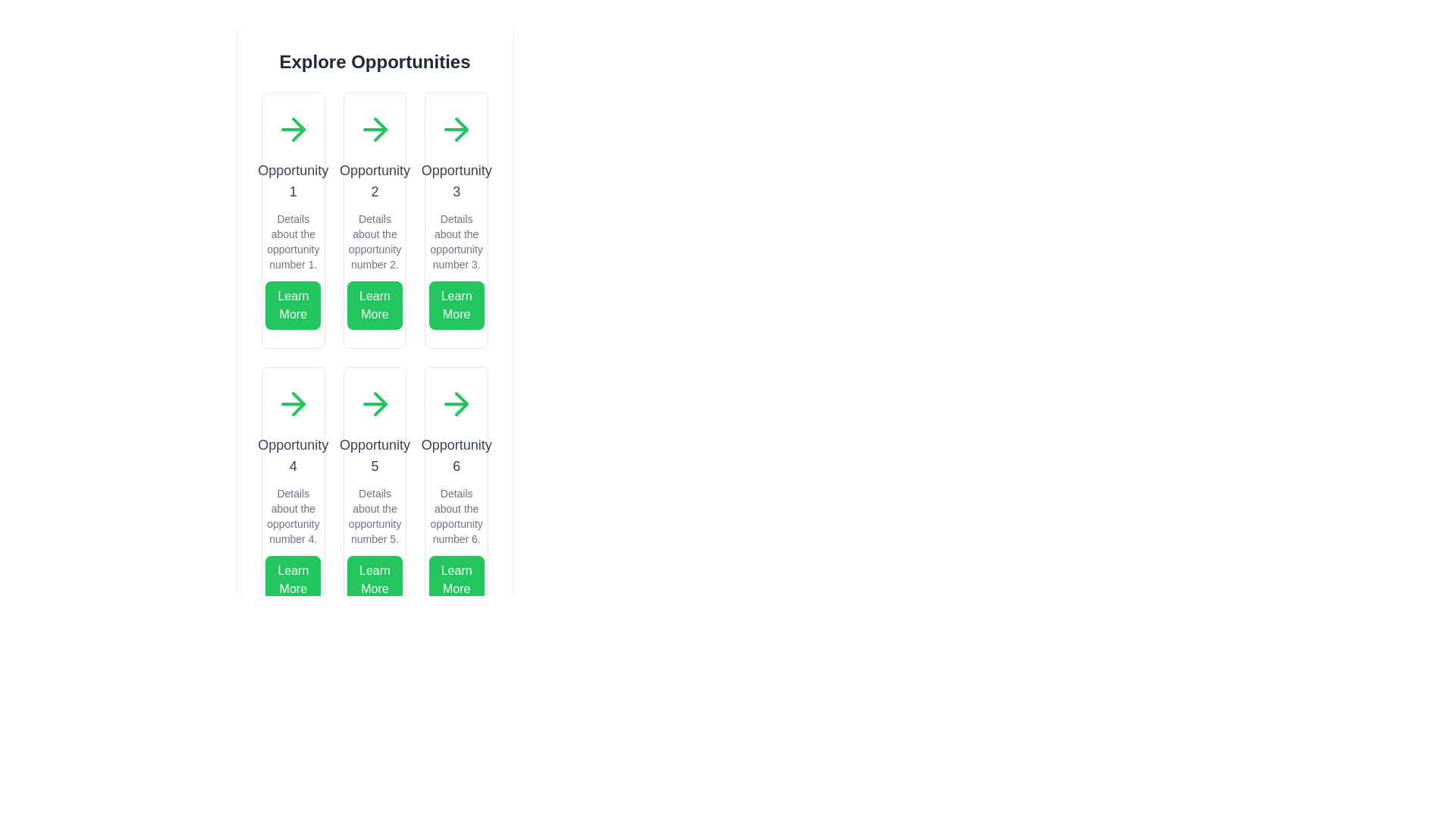 This screenshot has width=1456, height=819. I want to click on the text label displaying 'Opportunity 3', which is styled with medium font size and dark gray color, located in the third column of the first row under 'Explore Opportunities', so click(456, 180).